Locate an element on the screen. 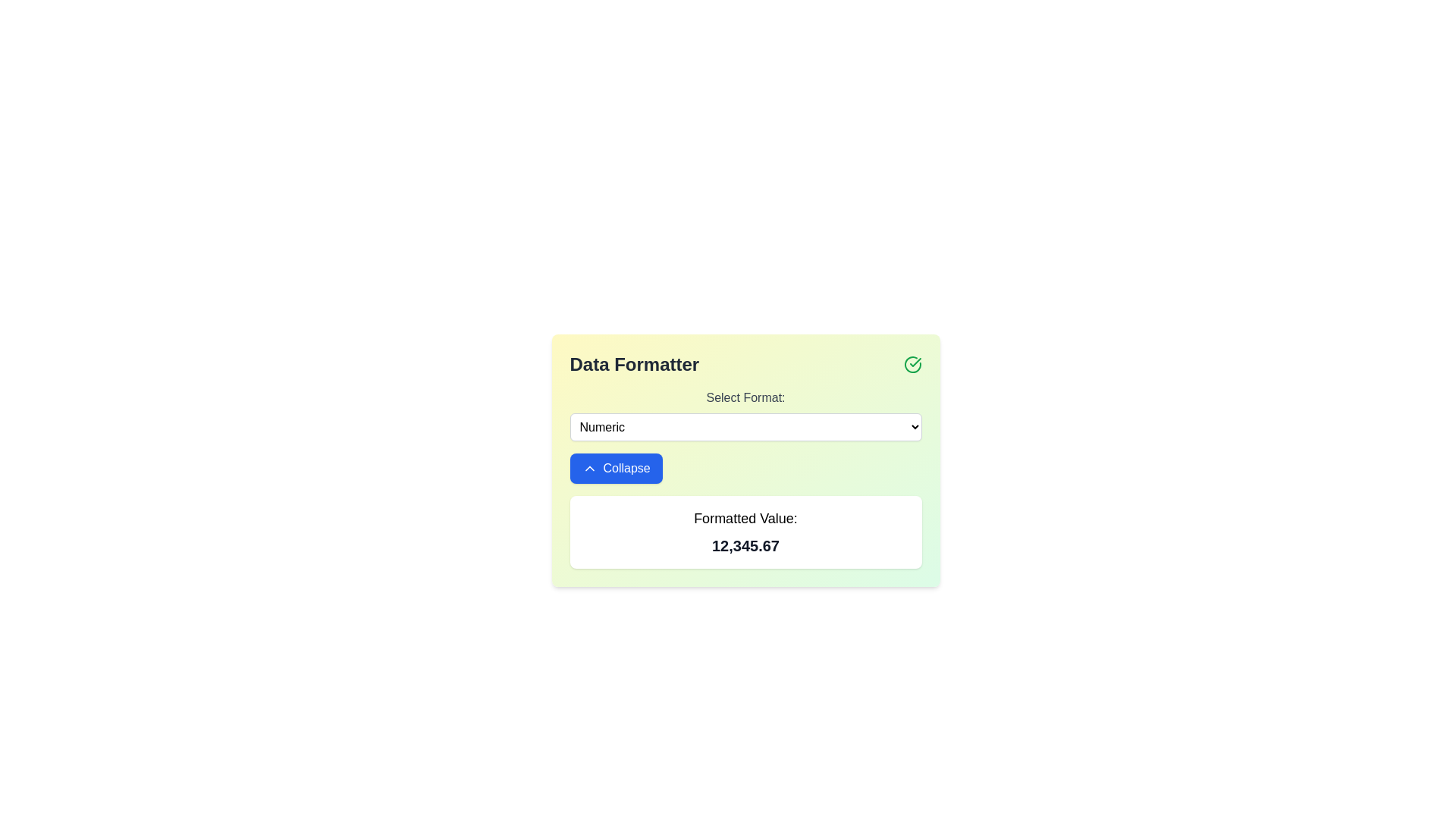  an option from the dropdown menu labeled 'Select Format:' which is located in the 'Data Formatter' card, directly below the header and above the 'Collapse' button is located at coordinates (745, 415).